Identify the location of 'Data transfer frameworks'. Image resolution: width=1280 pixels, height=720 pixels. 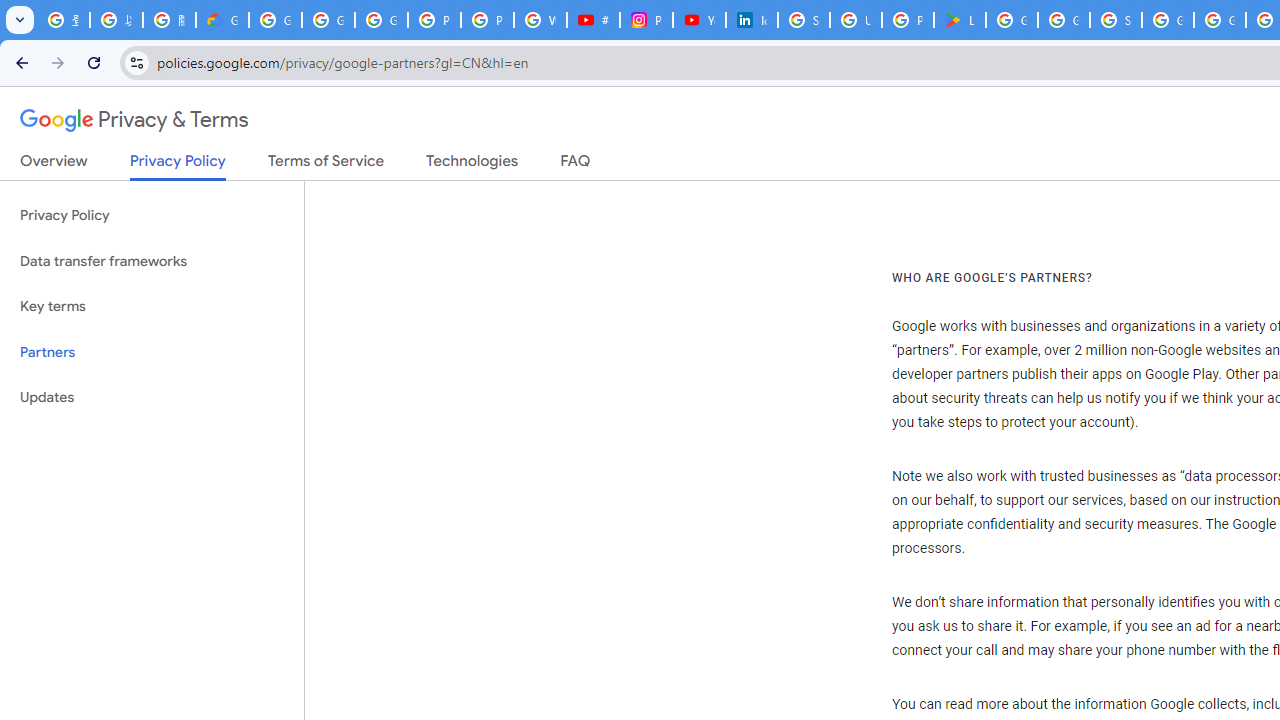
(151, 260).